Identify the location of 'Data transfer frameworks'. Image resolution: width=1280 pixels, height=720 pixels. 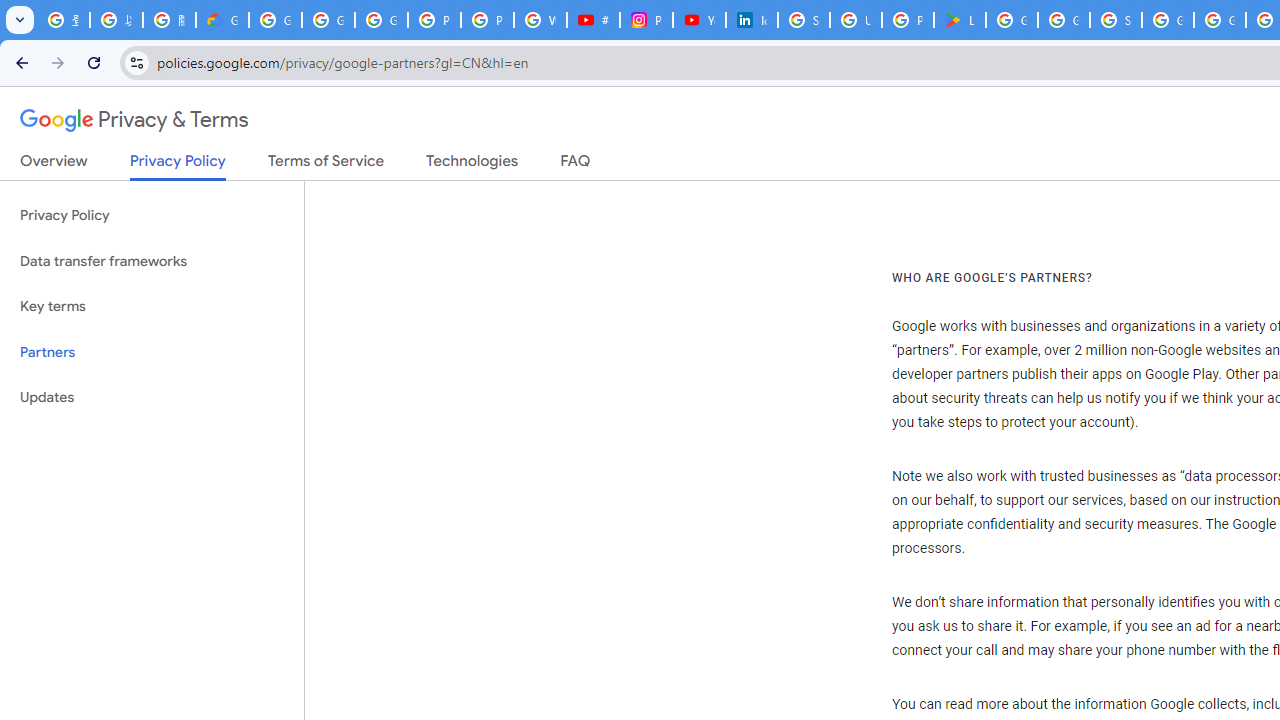
(151, 260).